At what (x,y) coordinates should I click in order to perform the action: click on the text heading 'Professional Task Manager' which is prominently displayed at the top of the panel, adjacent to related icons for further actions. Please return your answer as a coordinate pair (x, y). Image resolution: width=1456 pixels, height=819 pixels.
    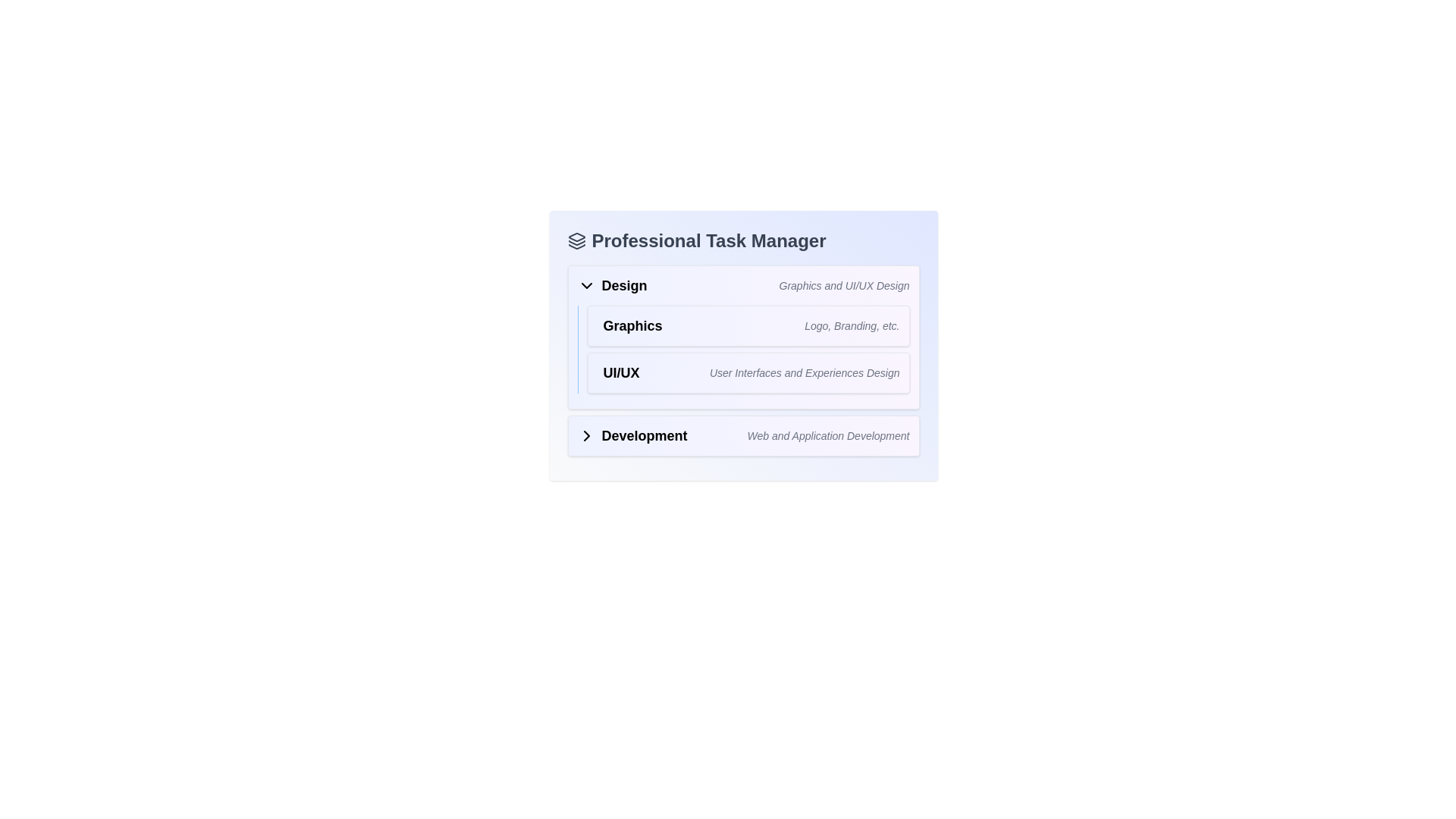
    Looking at the image, I should click on (743, 240).